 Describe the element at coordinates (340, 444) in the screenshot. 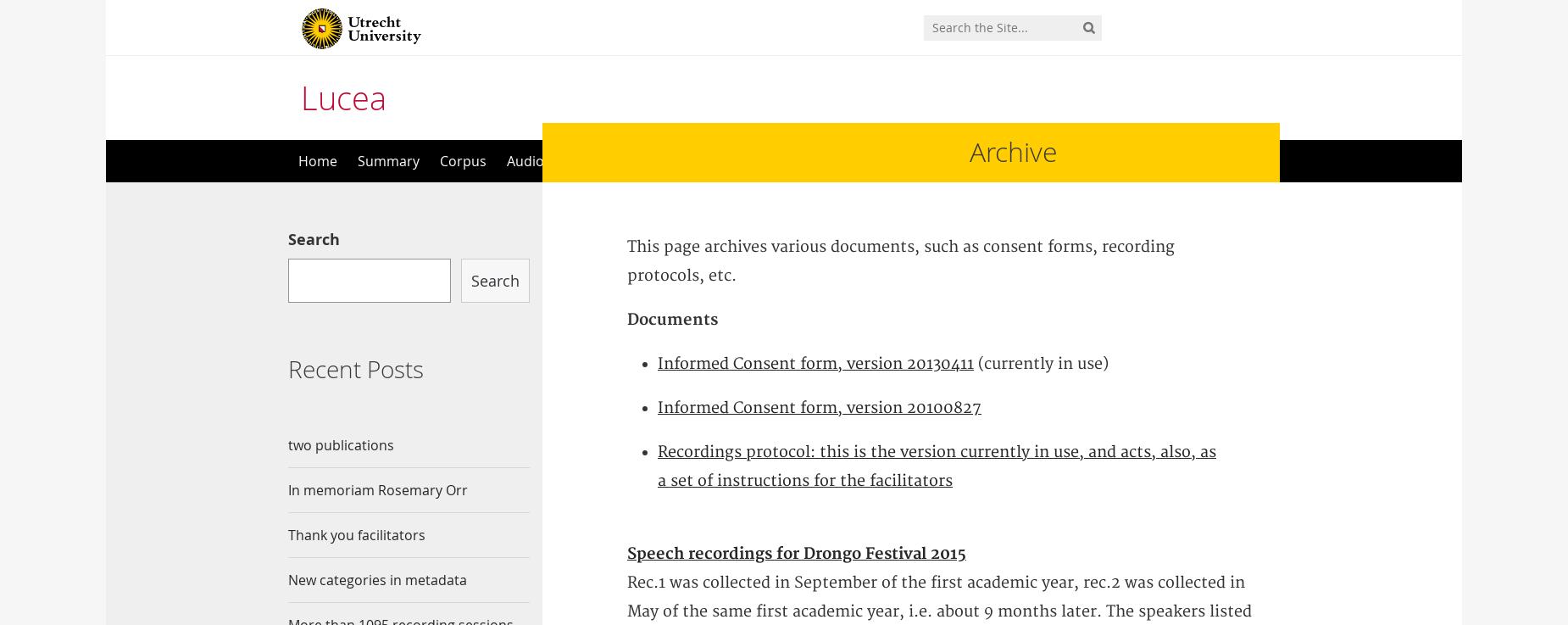

I see `'two publications'` at that location.